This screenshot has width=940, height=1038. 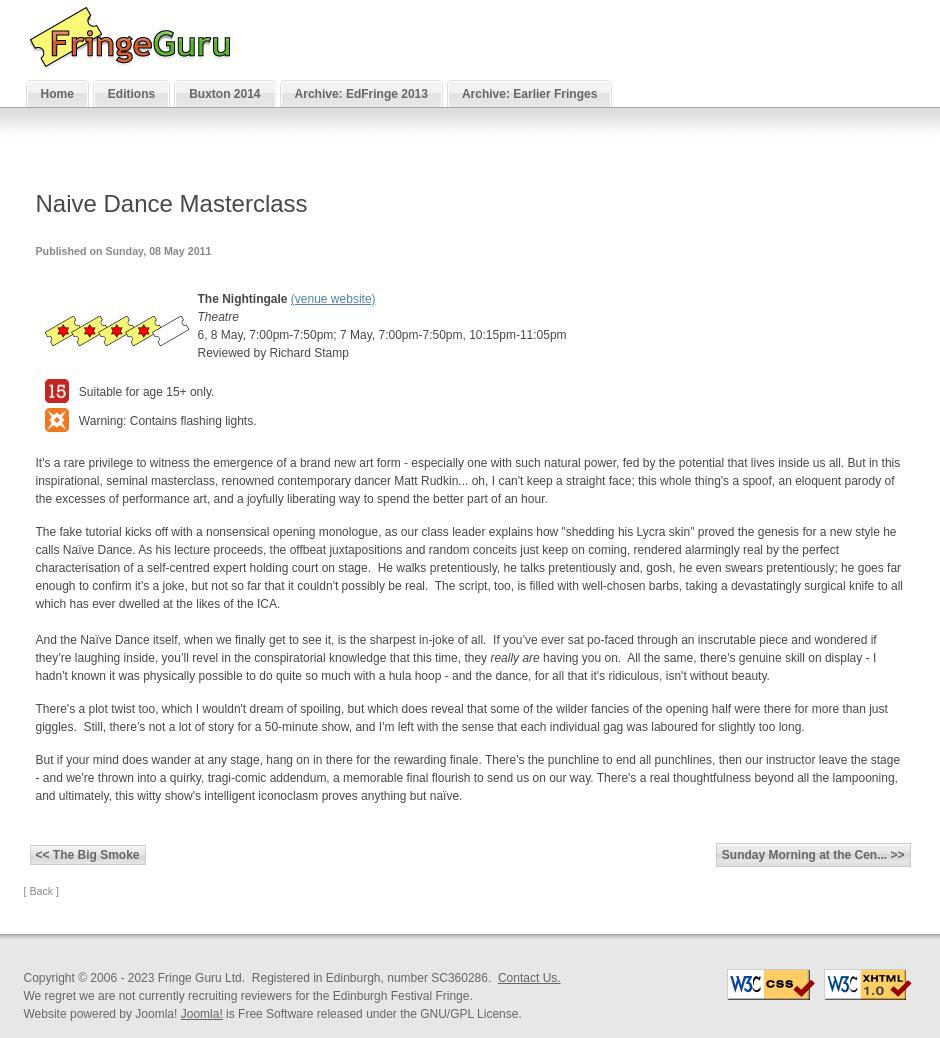 What do you see at coordinates (466, 481) in the screenshot?
I see `'It's a rare privilege to witness the emergence of a brand new art form - especially one with such natural power, fed by the potential that lives inside us all. But in this inspirational, seminal masterclass, renowned contemporary dancer Matt Rudkin... oh, I can't keep a straight face; this whole thing's a spoof, an eloquent parody of the excesses of performance art, and a joyfully liberating way to spend the better part of an hour.'` at bounding box center [466, 481].